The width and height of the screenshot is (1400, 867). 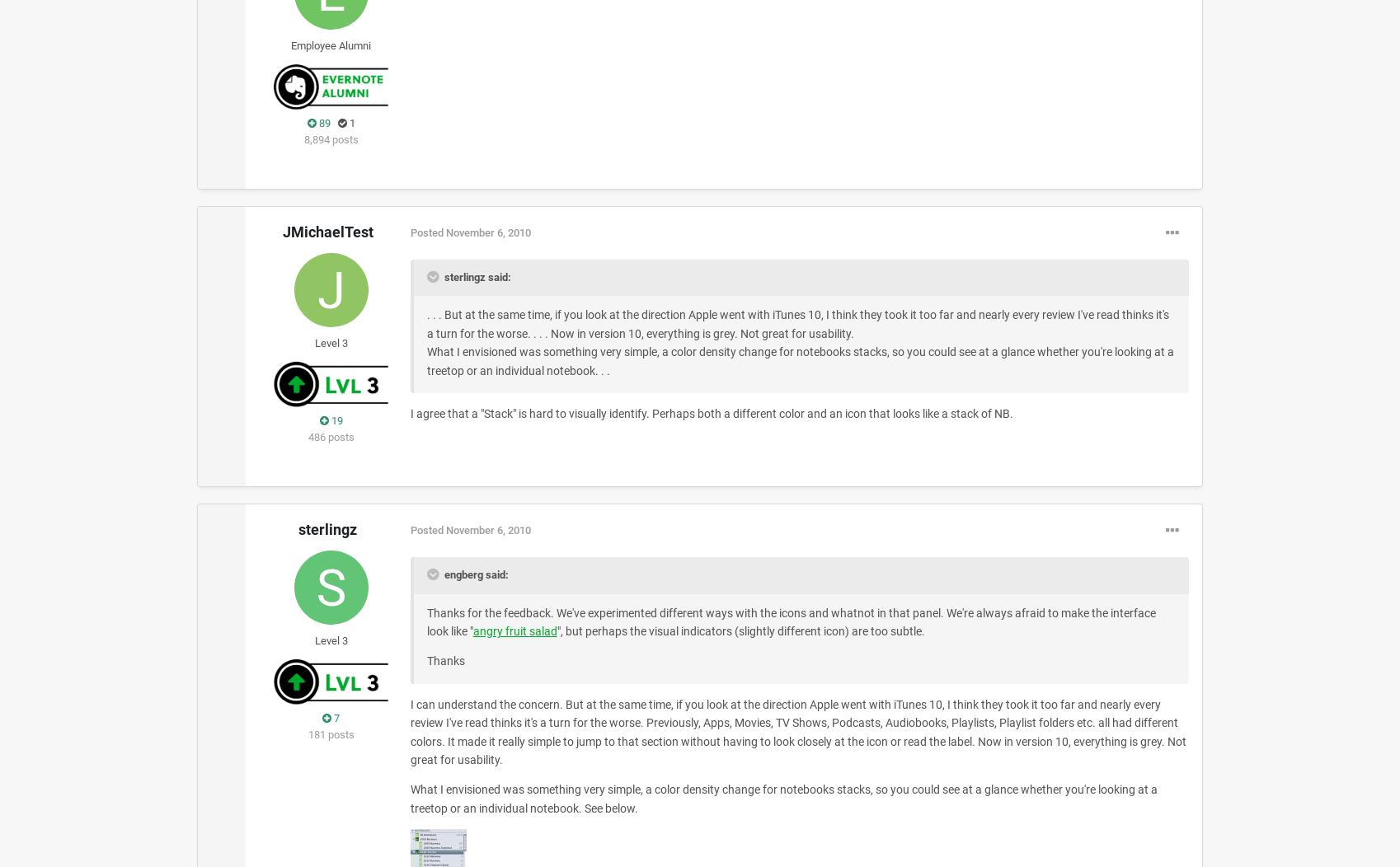 I want to click on '8,894 posts', so click(x=331, y=138).